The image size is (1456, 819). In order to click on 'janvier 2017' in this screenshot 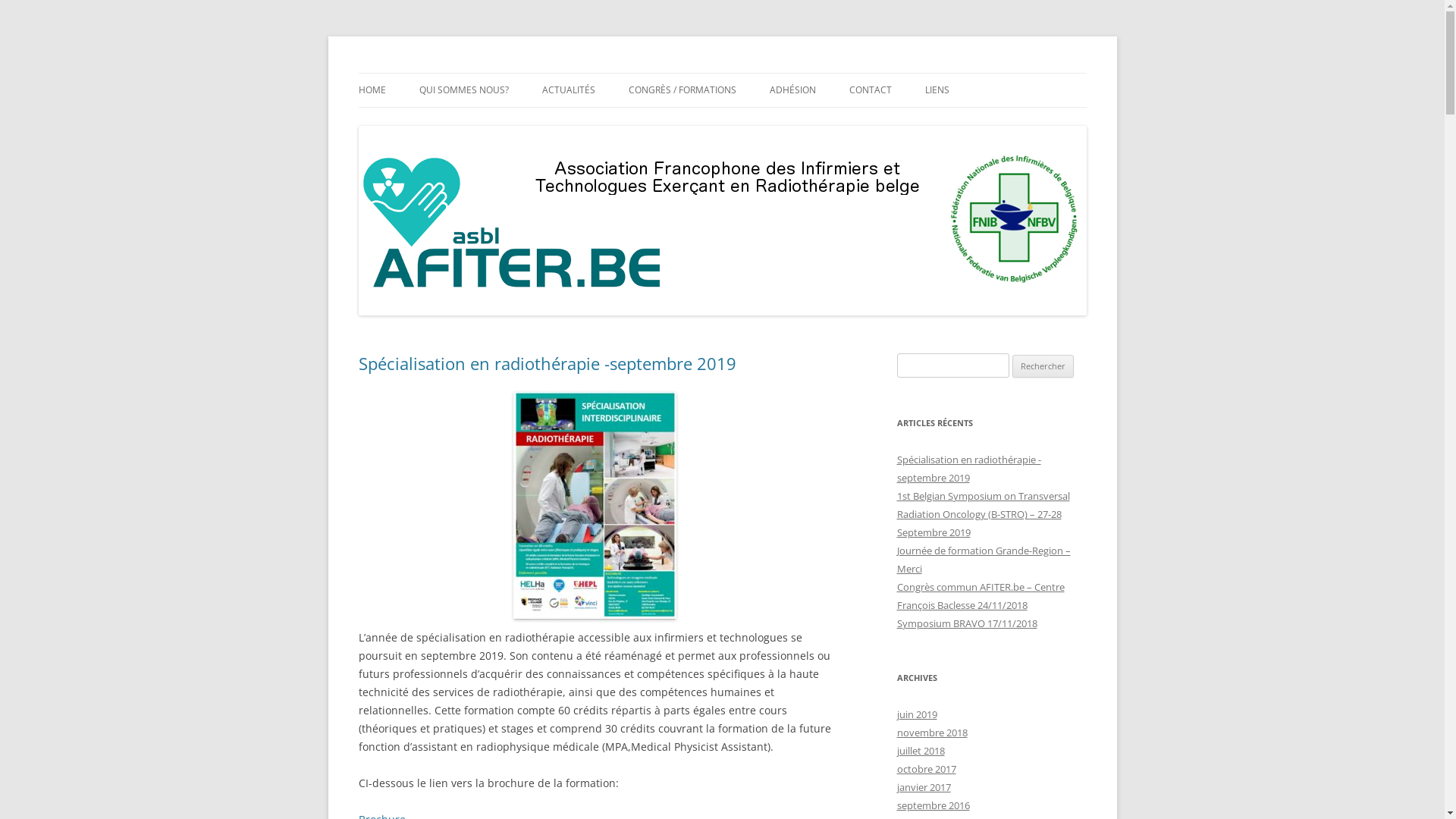, I will do `click(922, 786)`.